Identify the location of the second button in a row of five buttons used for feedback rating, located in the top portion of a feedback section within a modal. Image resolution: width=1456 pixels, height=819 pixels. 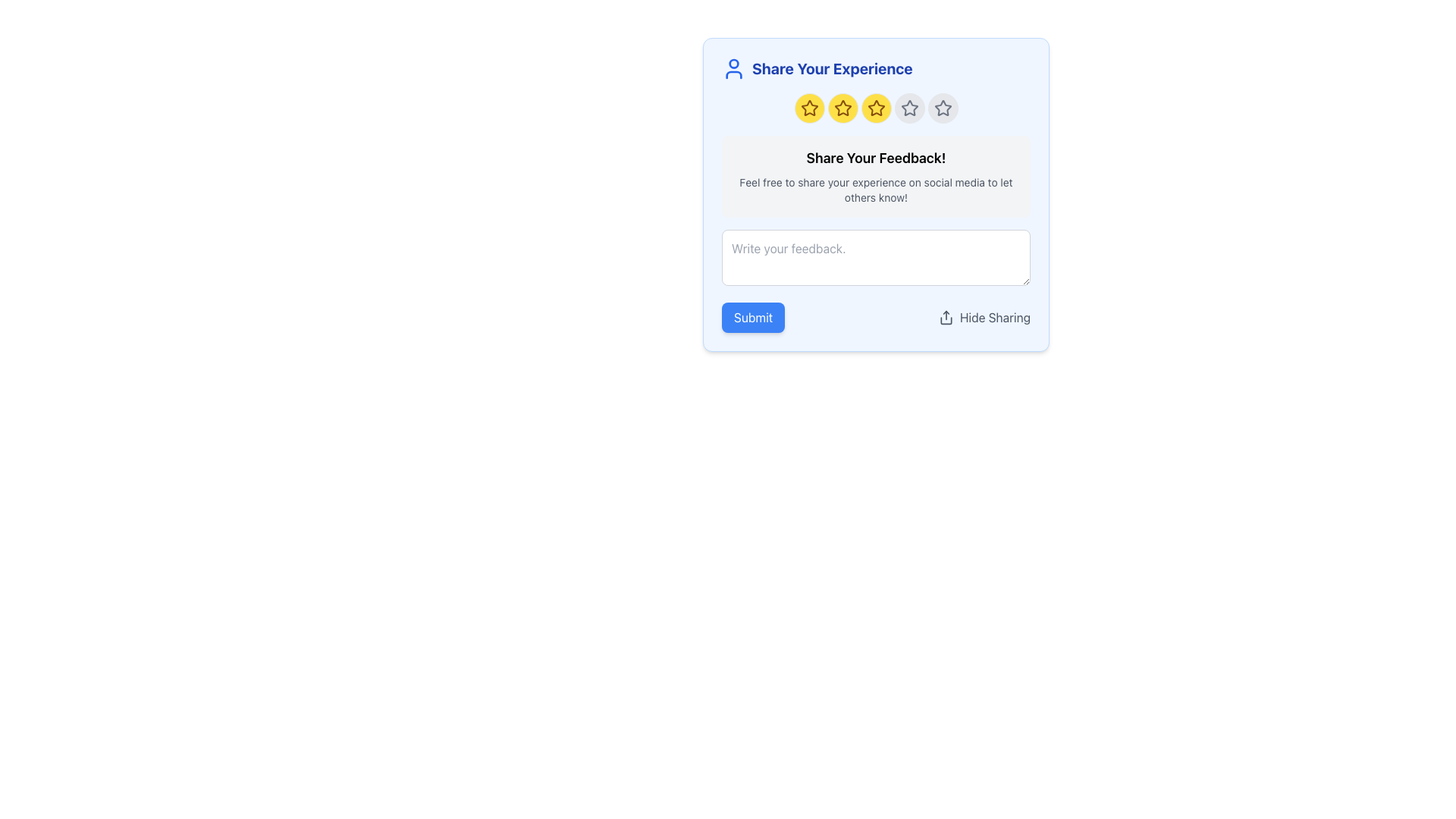
(842, 107).